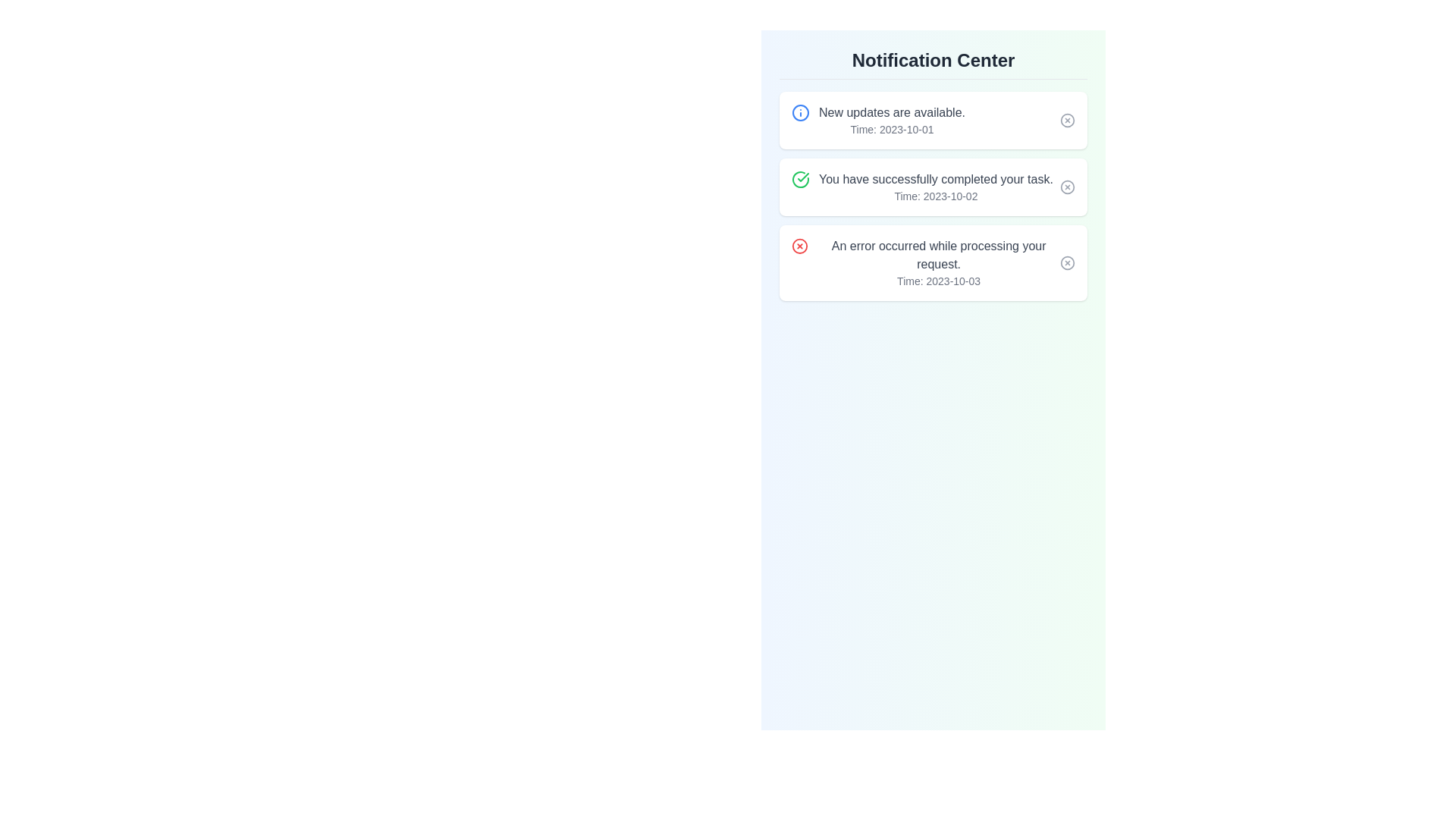 This screenshot has width=1456, height=819. I want to click on notification content from the text block that displays 'An error occurred while processing your request.' and 'Time: 2023-10-03'. This is the third entry in the notification list, centered horizontally and aligned with a red cross icon to its left, so click(938, 262).